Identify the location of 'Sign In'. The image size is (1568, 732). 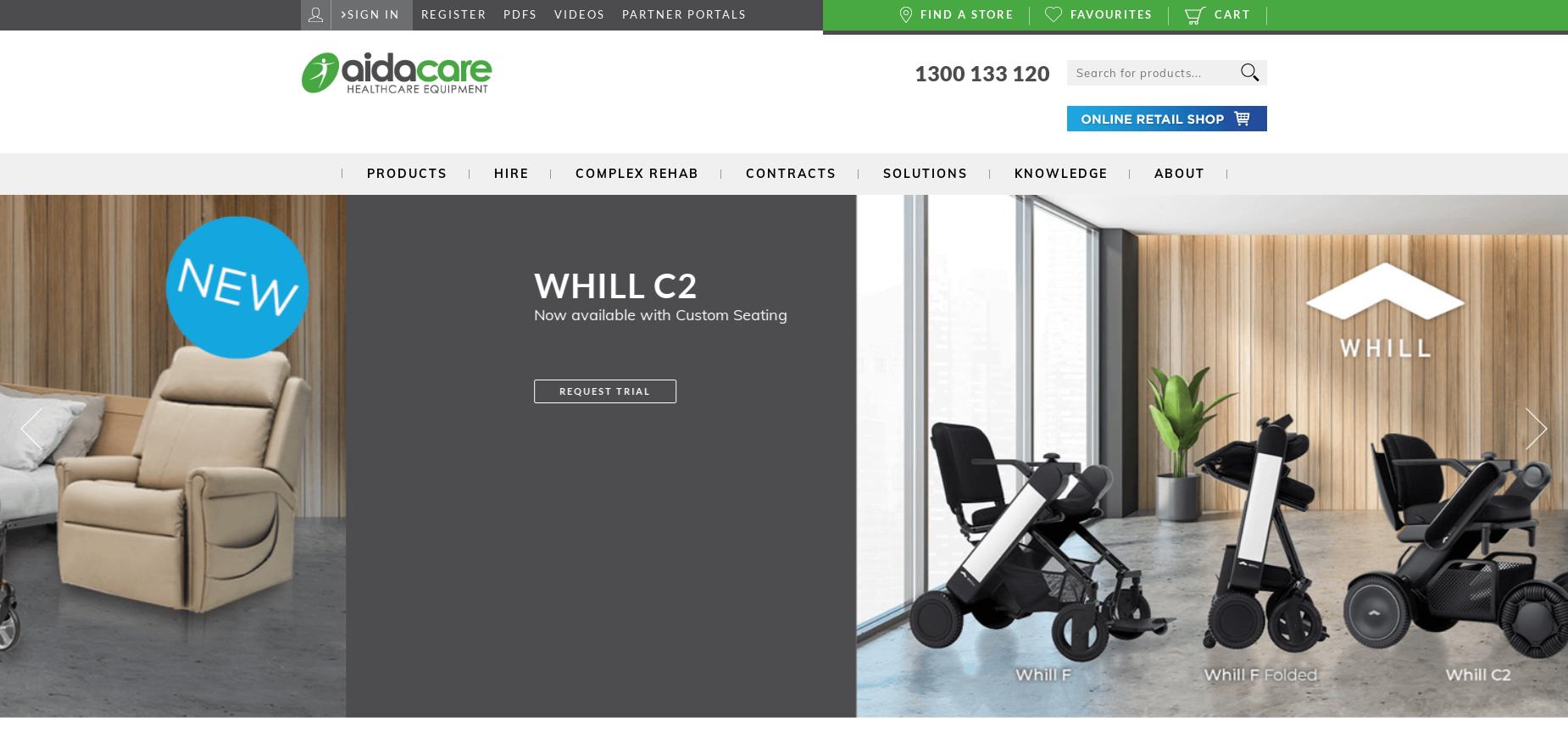
(373, 14).